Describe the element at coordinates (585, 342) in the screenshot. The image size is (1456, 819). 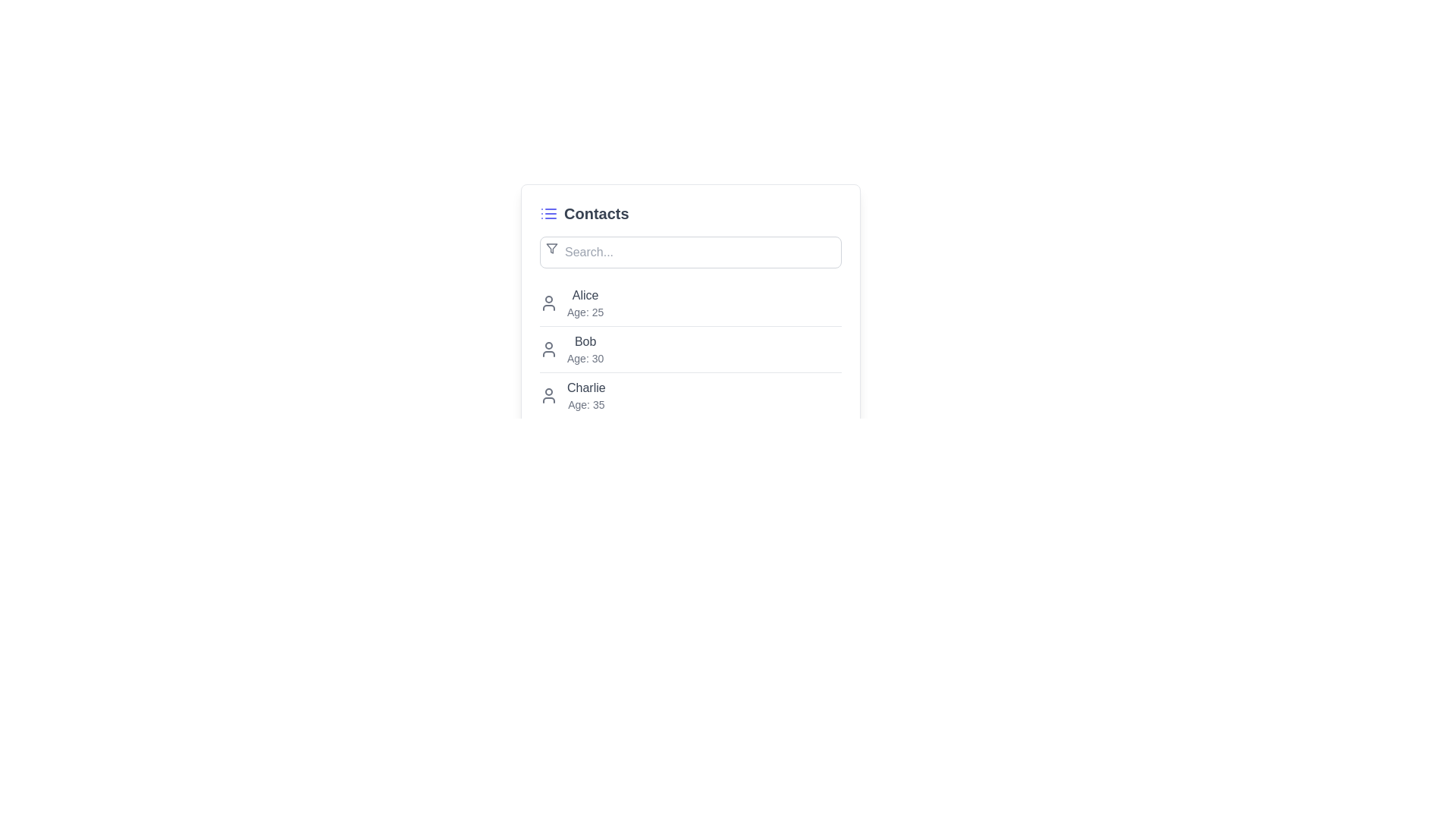
I see `the text label displaying the name 'Bob', which is styled in bold and dark color, located in the middle row of the contacts list` at that location.